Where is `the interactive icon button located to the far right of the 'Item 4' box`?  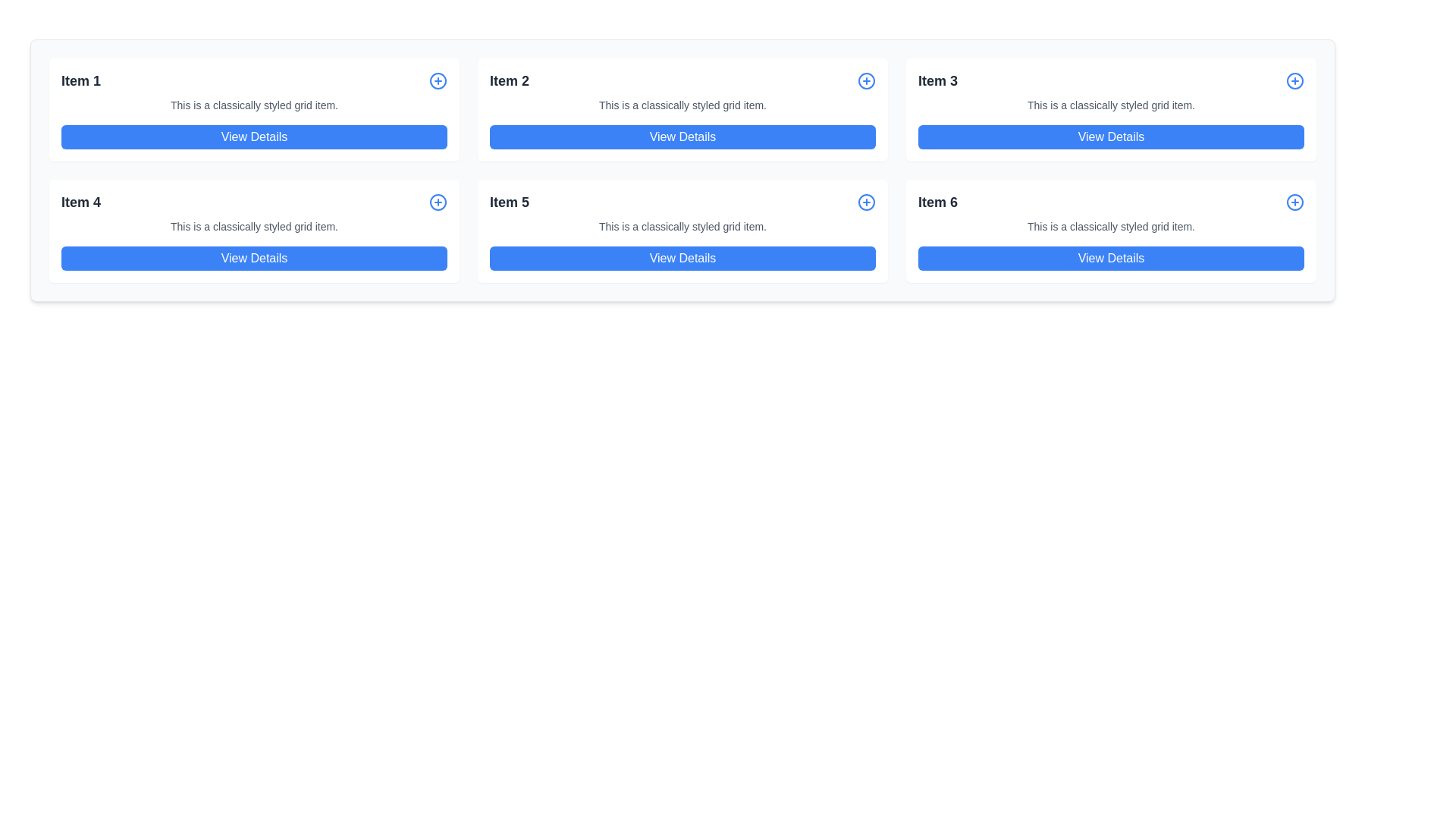 the interactive icon button located to the far right of the 'Item 4' box is located at coordinates (437, 201).